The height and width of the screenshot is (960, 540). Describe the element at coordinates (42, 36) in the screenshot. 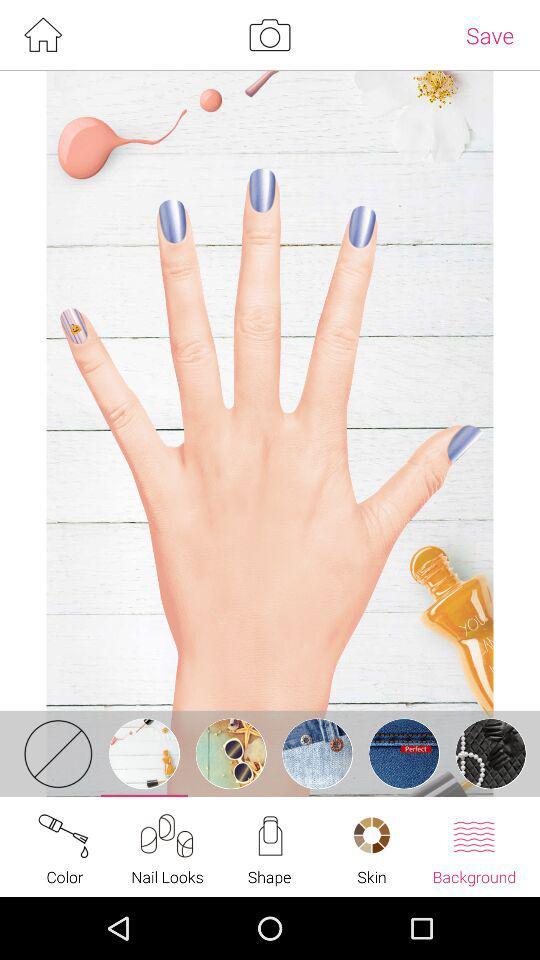

I see `the home icon` at that location.